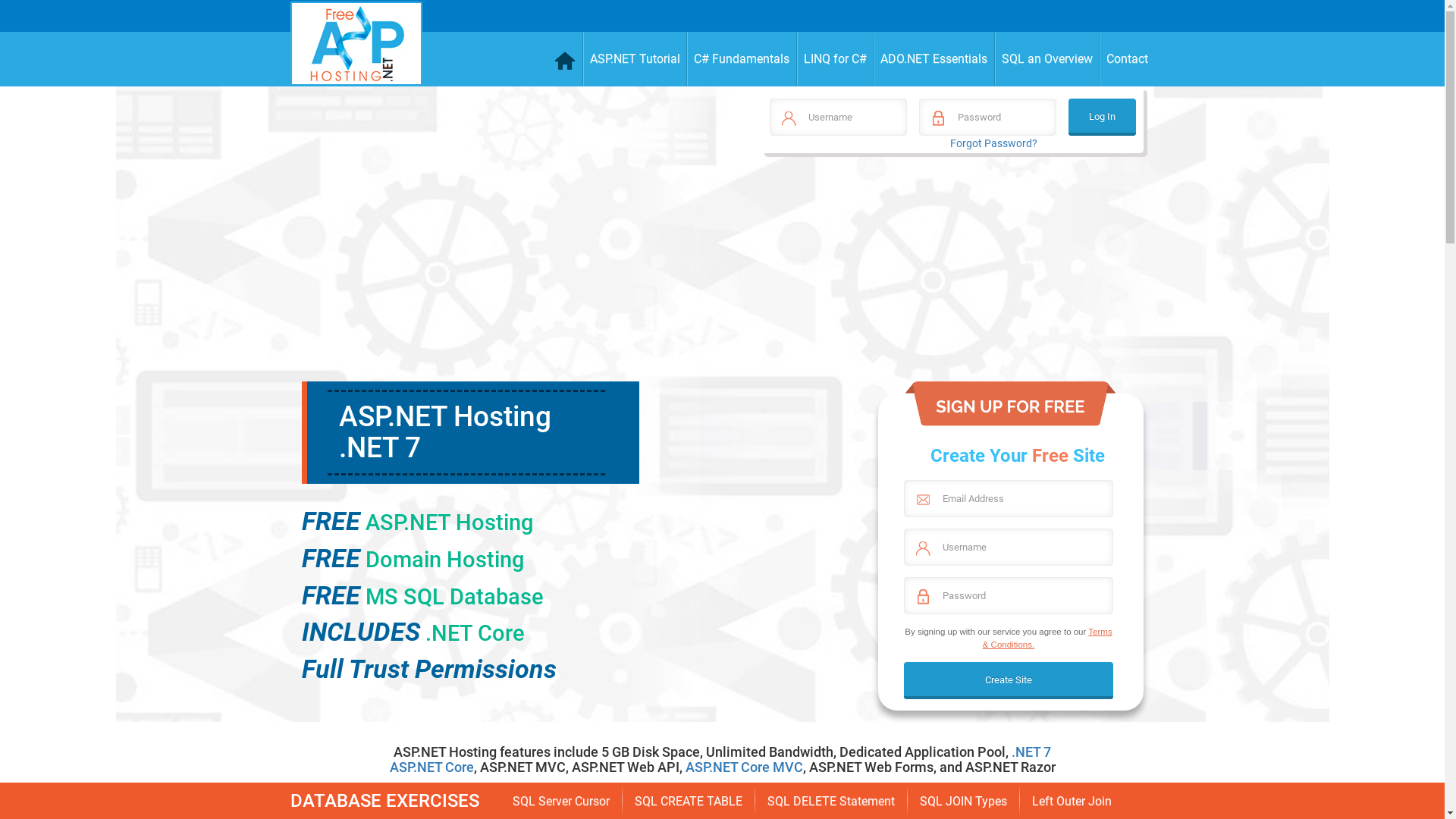 Image resolution: width=1456 pixels, height=819 pixels. Describe the element at coordinates (1031, 752) in the screenshot. I see `'.NET 7'` at that location.